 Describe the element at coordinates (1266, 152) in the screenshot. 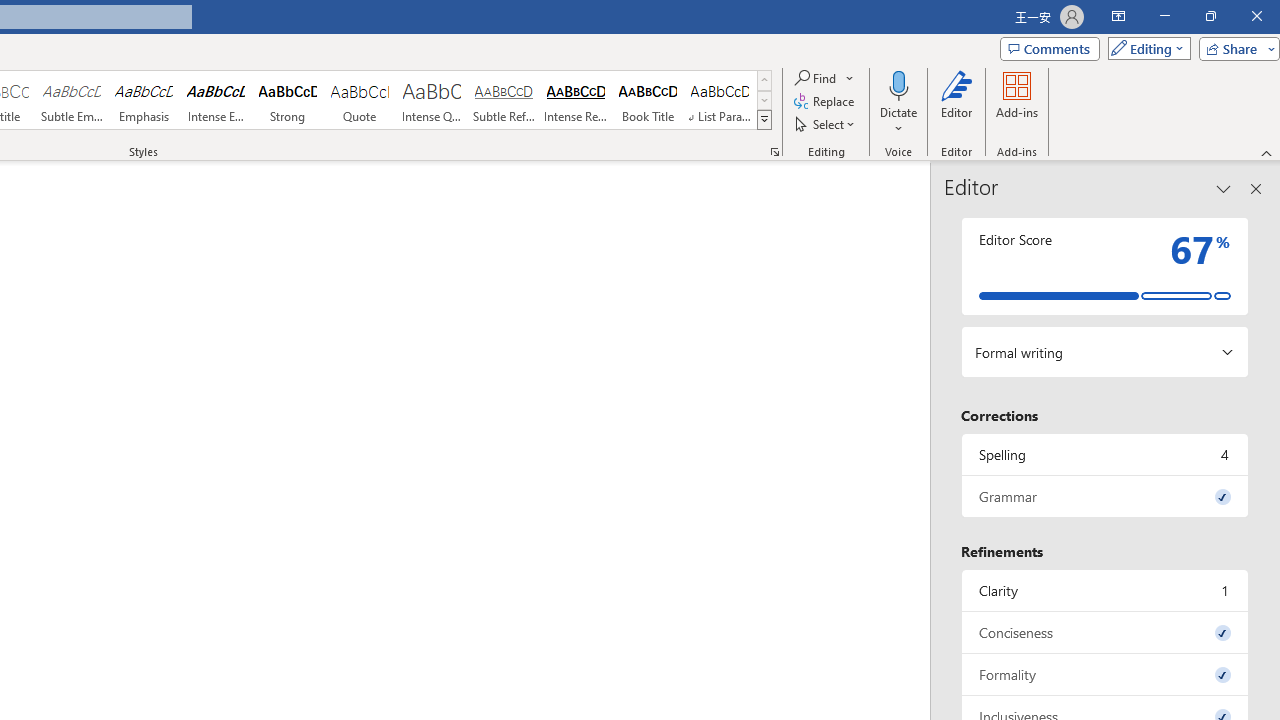

I see `'Collapse the Ribbon'` at that location.